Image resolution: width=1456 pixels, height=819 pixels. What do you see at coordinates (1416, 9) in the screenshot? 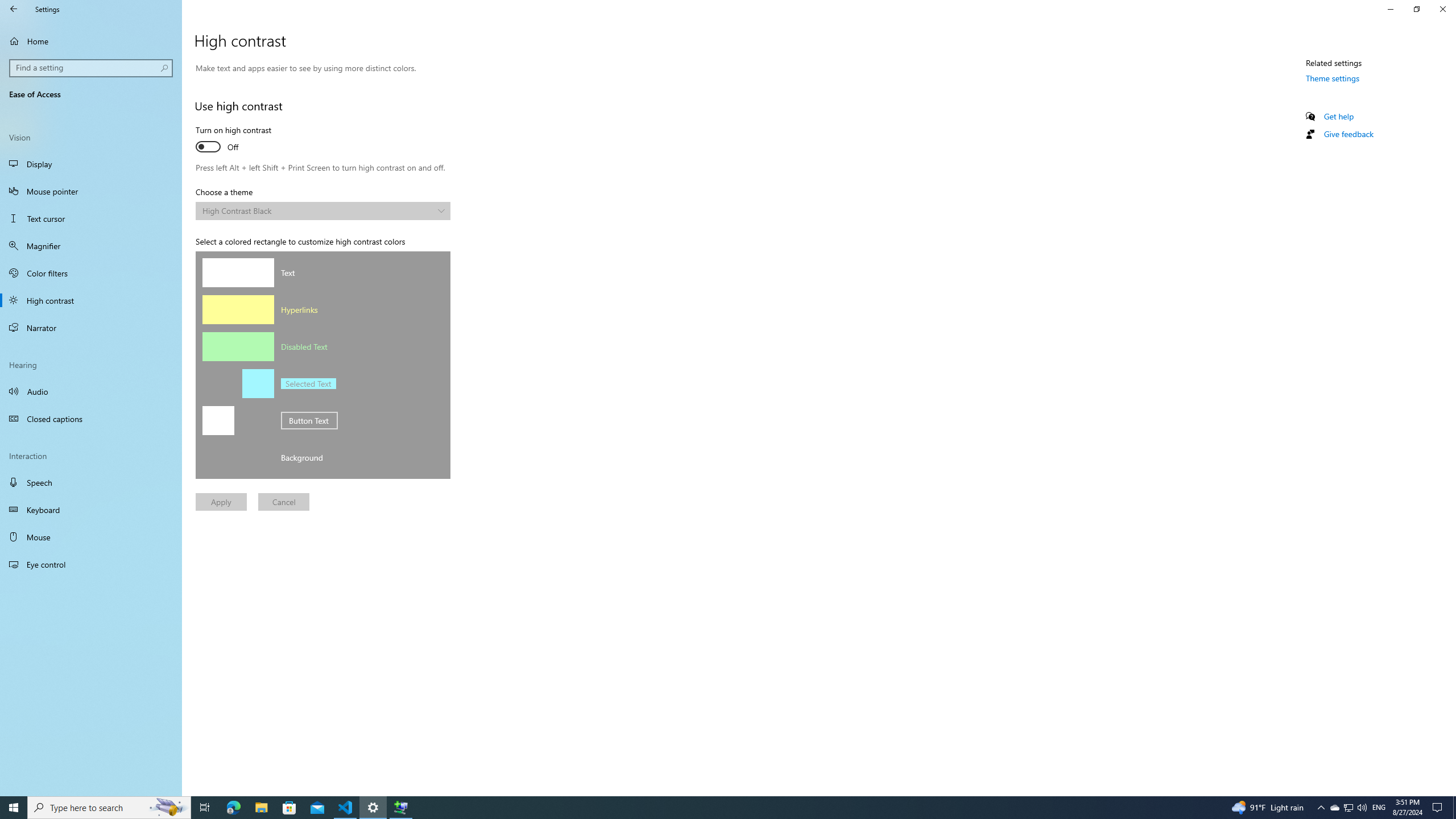
I see `'Restore Settings'` at bounding box center [1416, 9].